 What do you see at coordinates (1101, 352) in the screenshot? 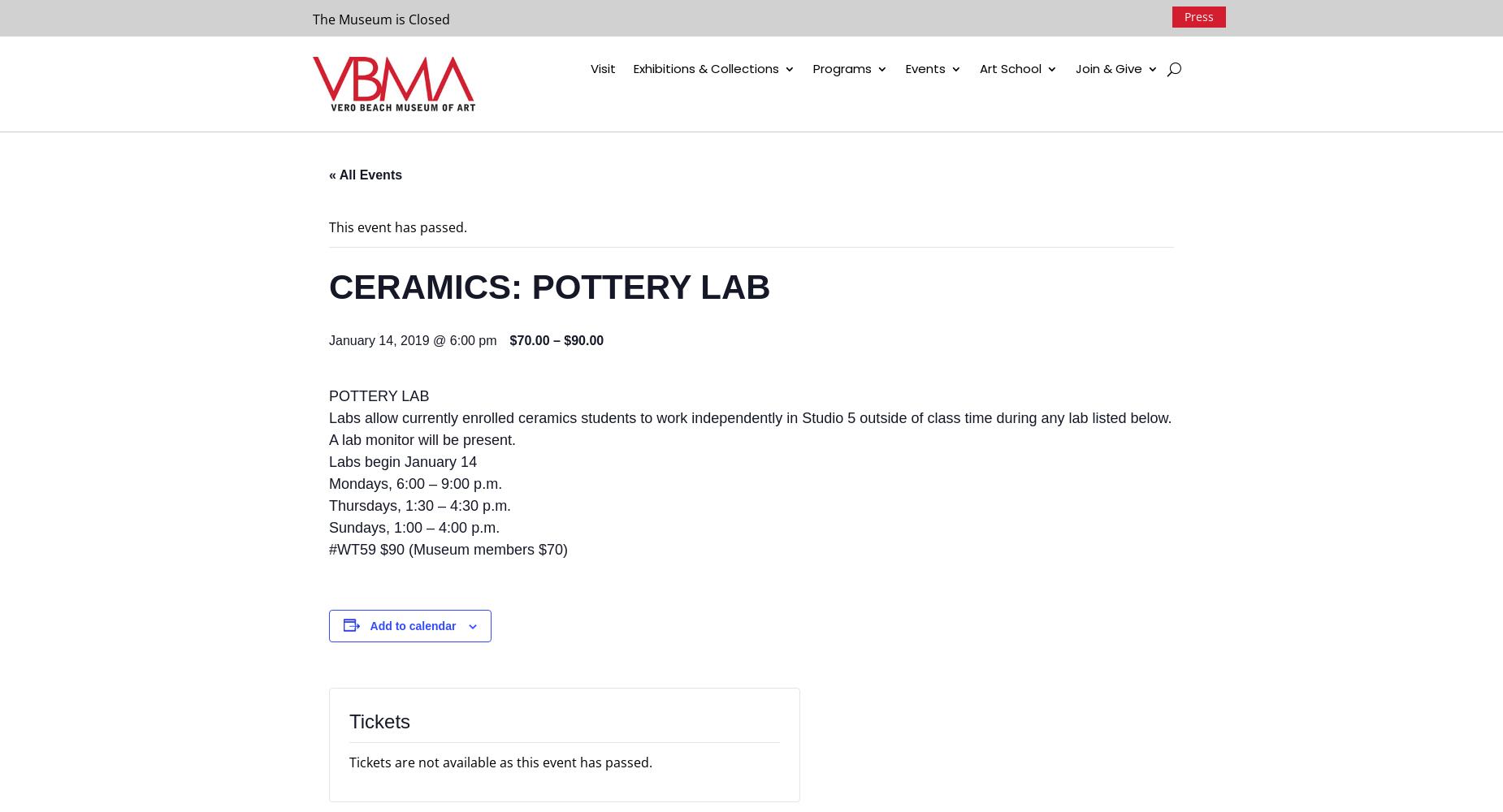
I see `'Advertise with VBMA'` at bounding box center [1101, 352].